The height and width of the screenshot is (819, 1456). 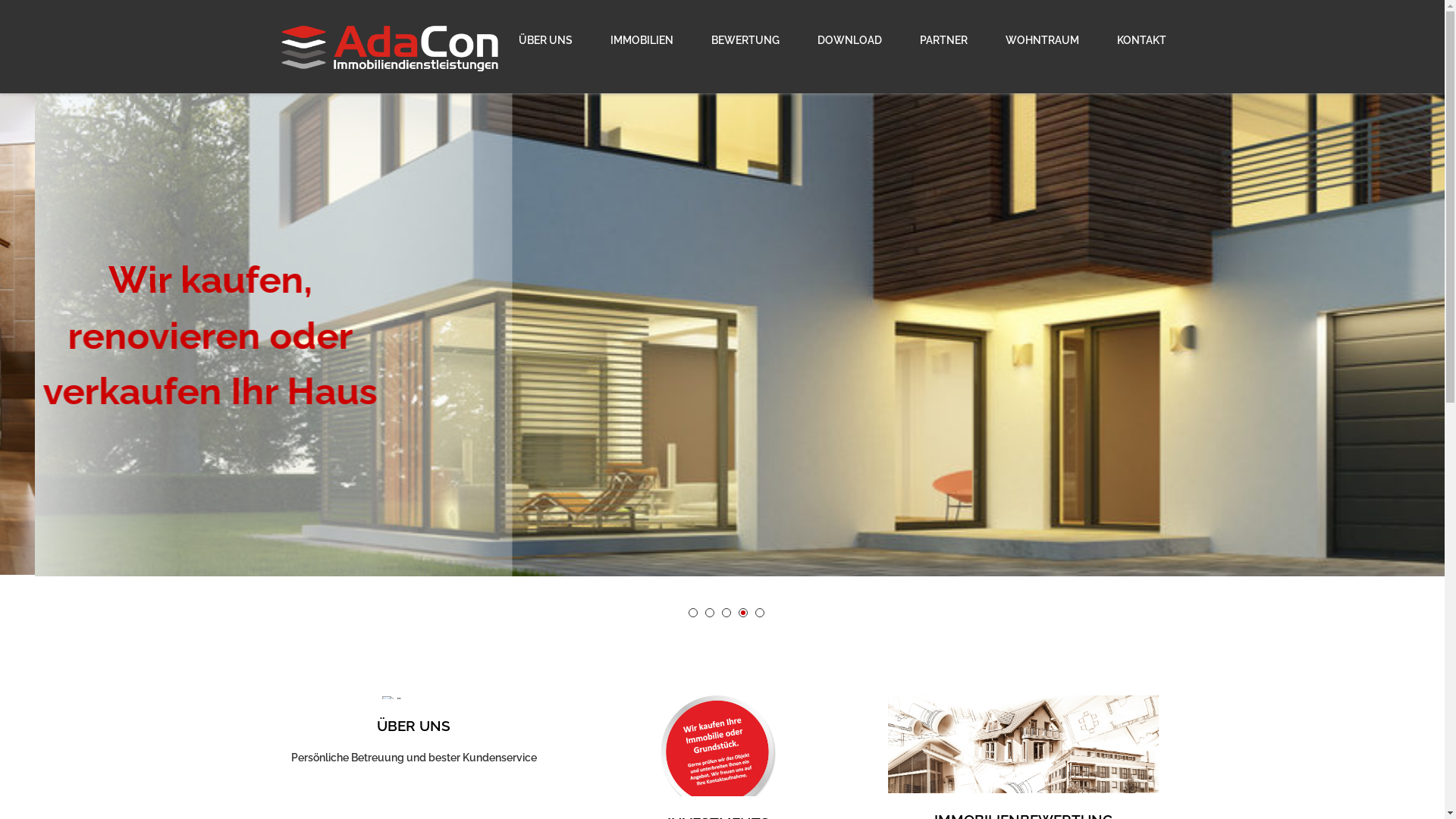 I want to click on 'Investments', so click(x=717, y=753).